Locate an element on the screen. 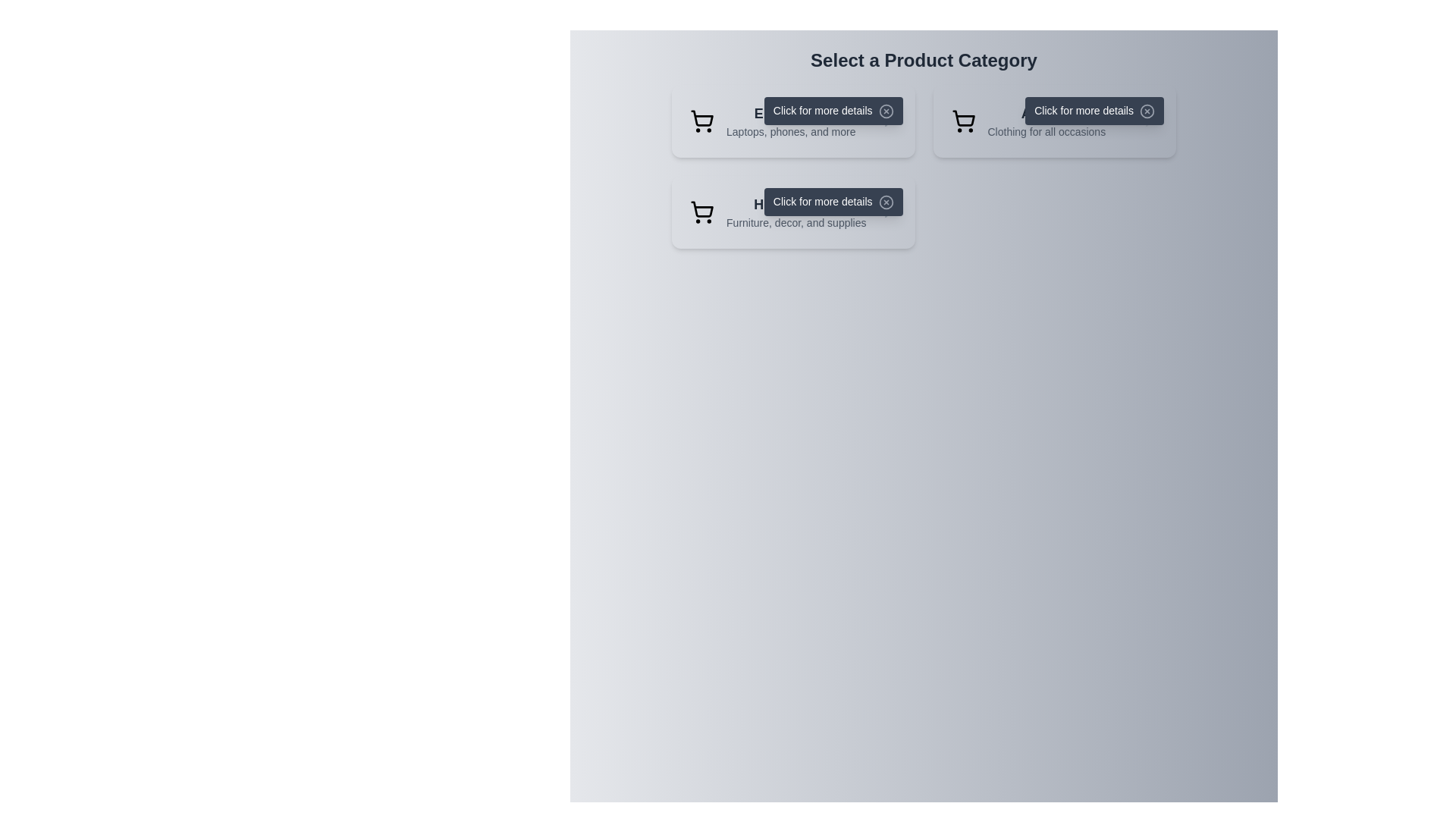 The width and height of the screenshot is (1456, 819). the circular SVG graphic located at the end of the label 'Click for more details' in the top left category card of the displayed grid is located at coordinates (886, 111).